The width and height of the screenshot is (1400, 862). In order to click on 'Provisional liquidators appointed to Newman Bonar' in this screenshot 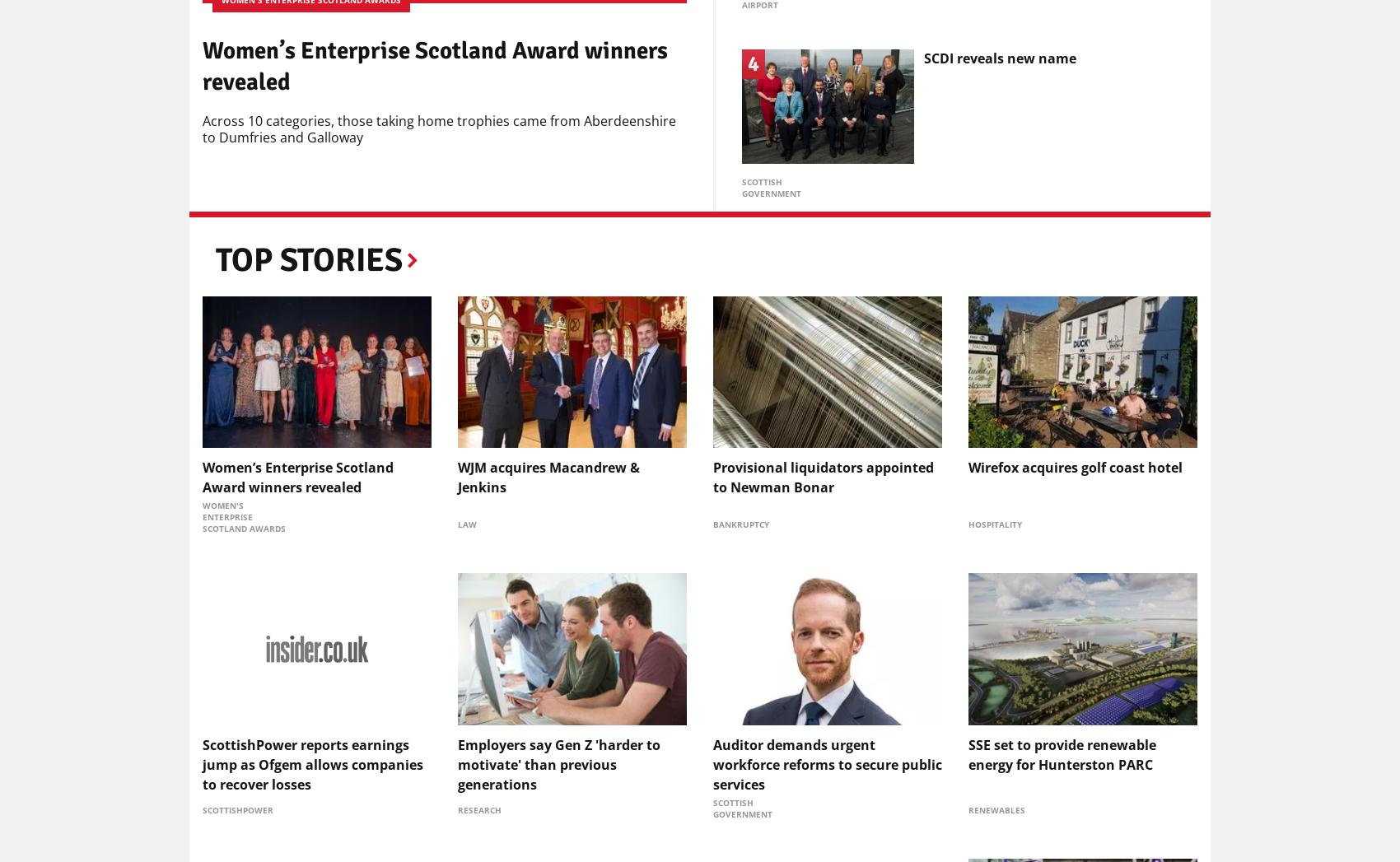, I will do `click(822, 477)`.